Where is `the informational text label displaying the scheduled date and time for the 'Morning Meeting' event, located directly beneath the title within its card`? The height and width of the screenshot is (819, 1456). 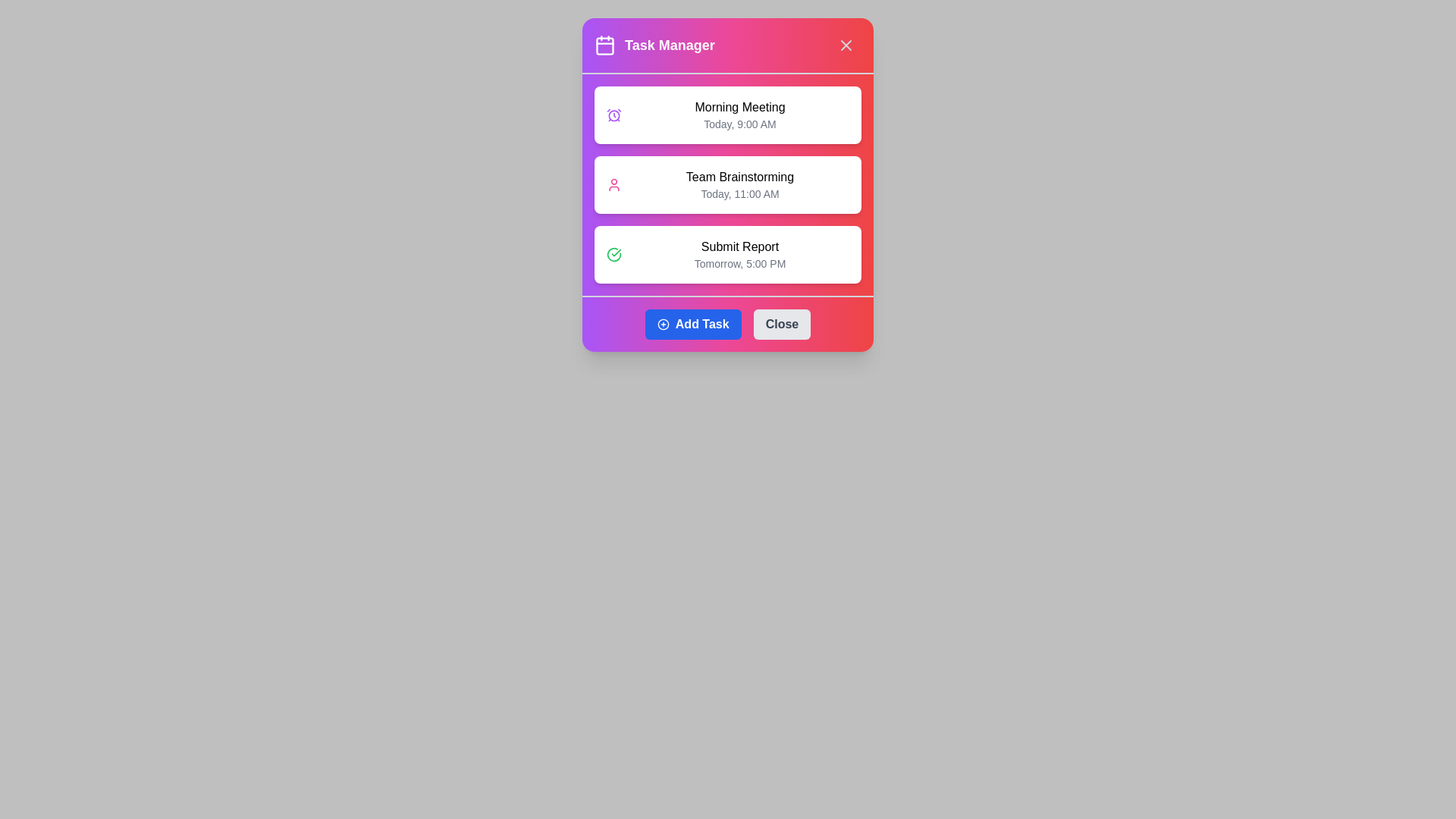 the informational text label displaying the scheduled date and time for the 'Morning Meeting' event, located directly beneath the title within its card is located at coordinates (739, 124).